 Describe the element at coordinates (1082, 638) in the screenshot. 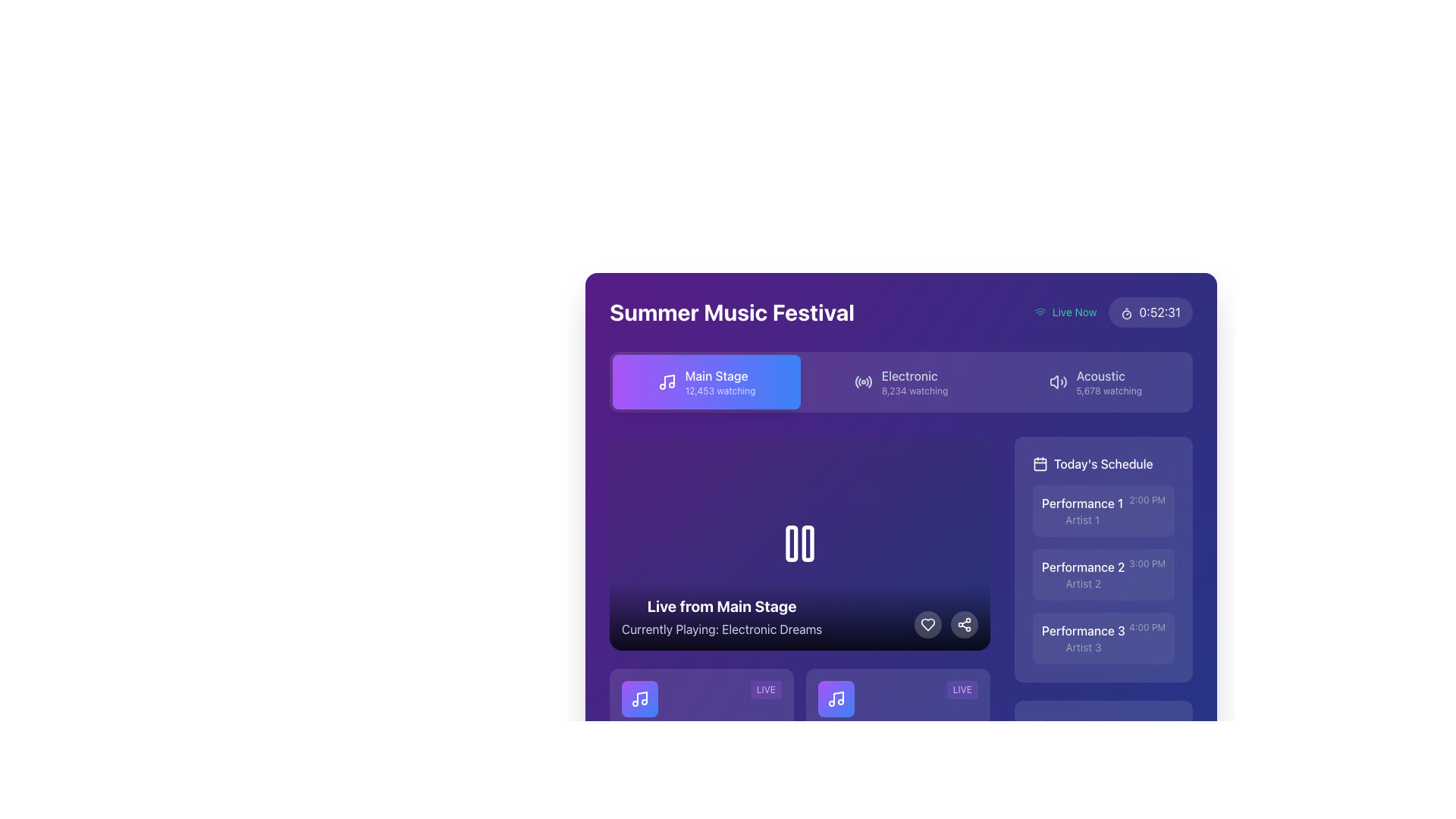

I see `the text element displaying the event title 'Performance 3' and artist 'Artist 3', which is the third entry in the 'Today's Schedule' section` at that location.